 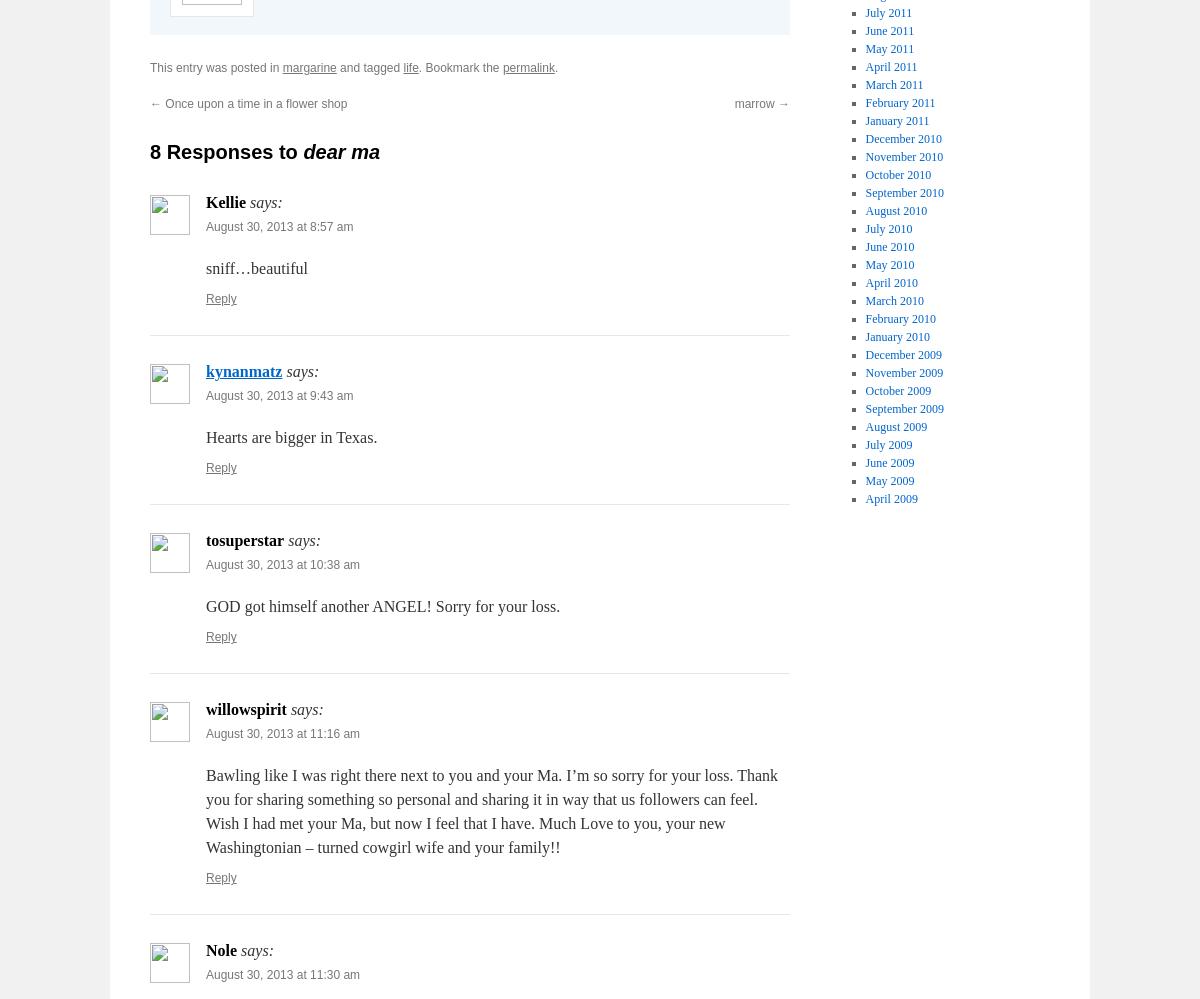 I want to click on 'and tagged', so click(x=369, y=67).